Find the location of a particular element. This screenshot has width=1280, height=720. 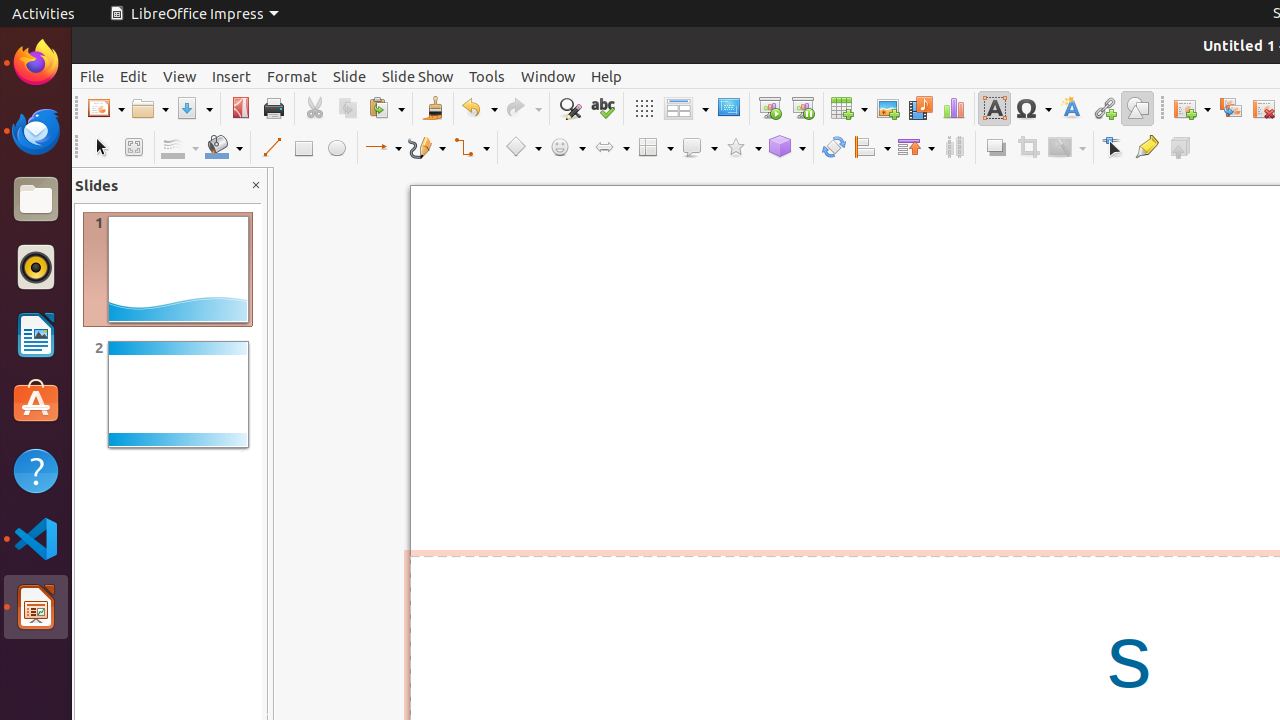

'PDF' is located at coordinates (240, 108).